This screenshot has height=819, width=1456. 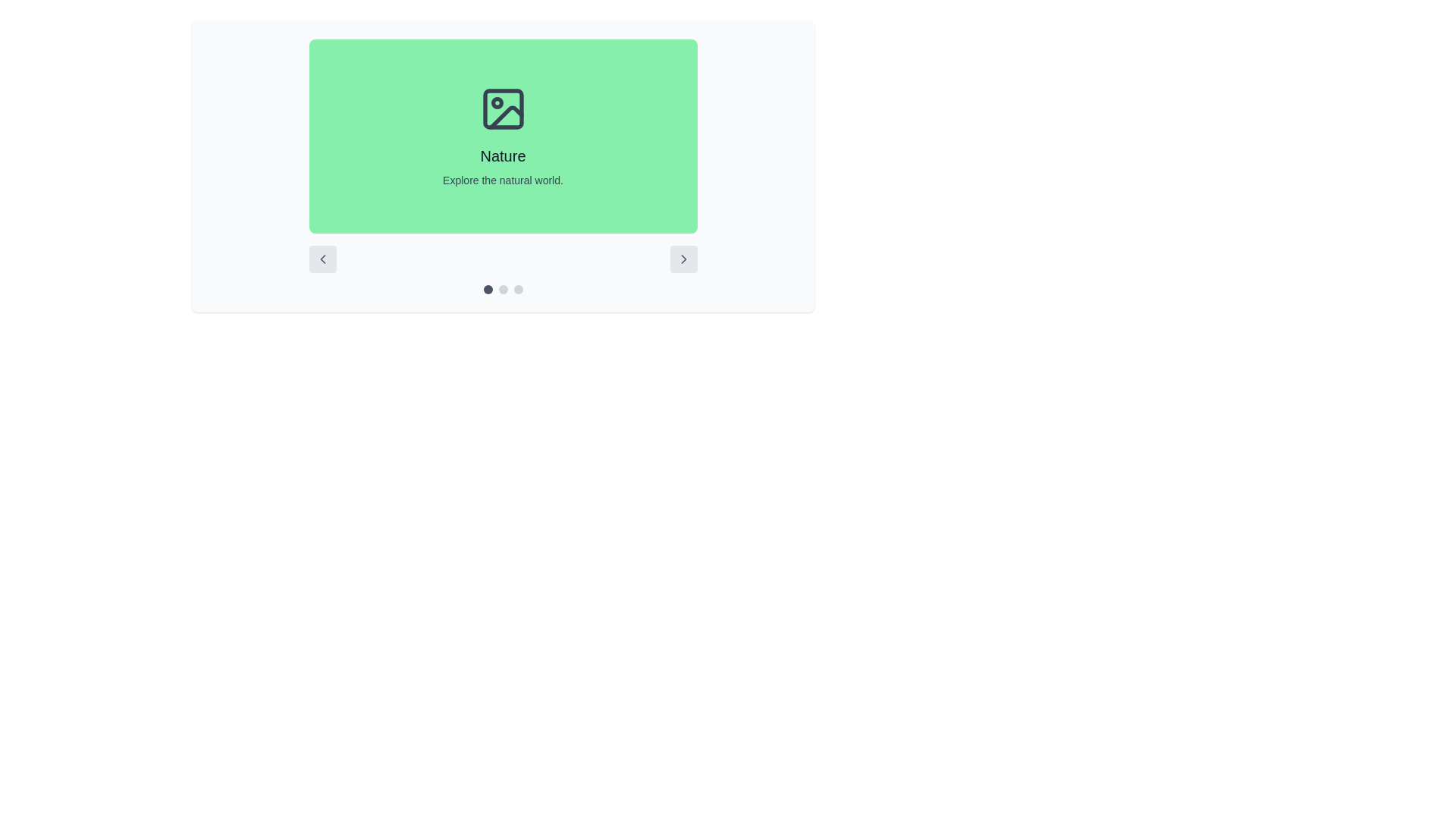 What do you see at coordinates (682, 259) in the screenshot?
I see `the rightward arrow button with a light gray background to receive visual feedback` at bounding box center [682, 259].